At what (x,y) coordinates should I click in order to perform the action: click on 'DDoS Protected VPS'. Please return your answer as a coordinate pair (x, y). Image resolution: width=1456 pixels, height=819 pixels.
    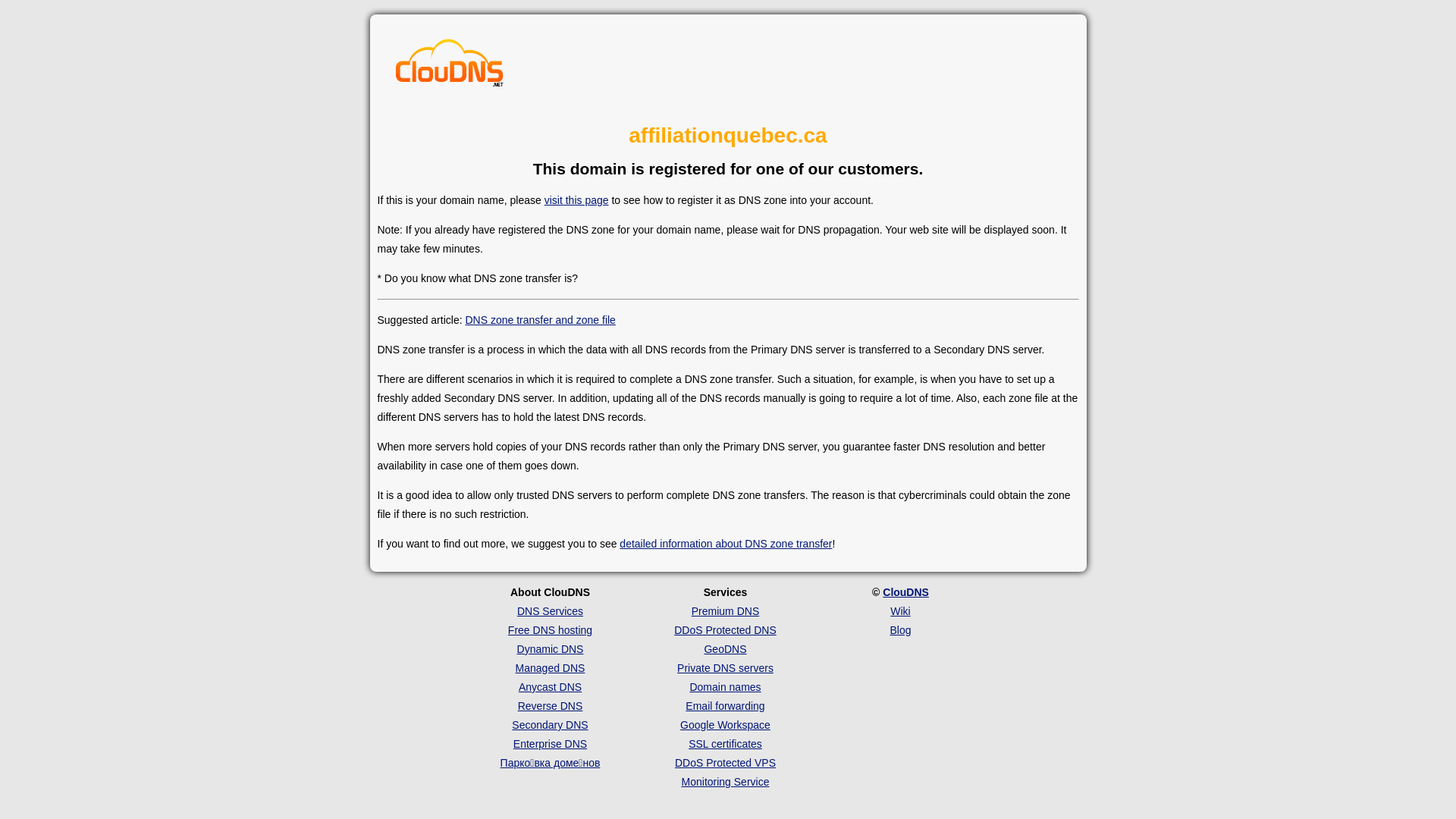
    Looking at the image, I should click on (724, 763).